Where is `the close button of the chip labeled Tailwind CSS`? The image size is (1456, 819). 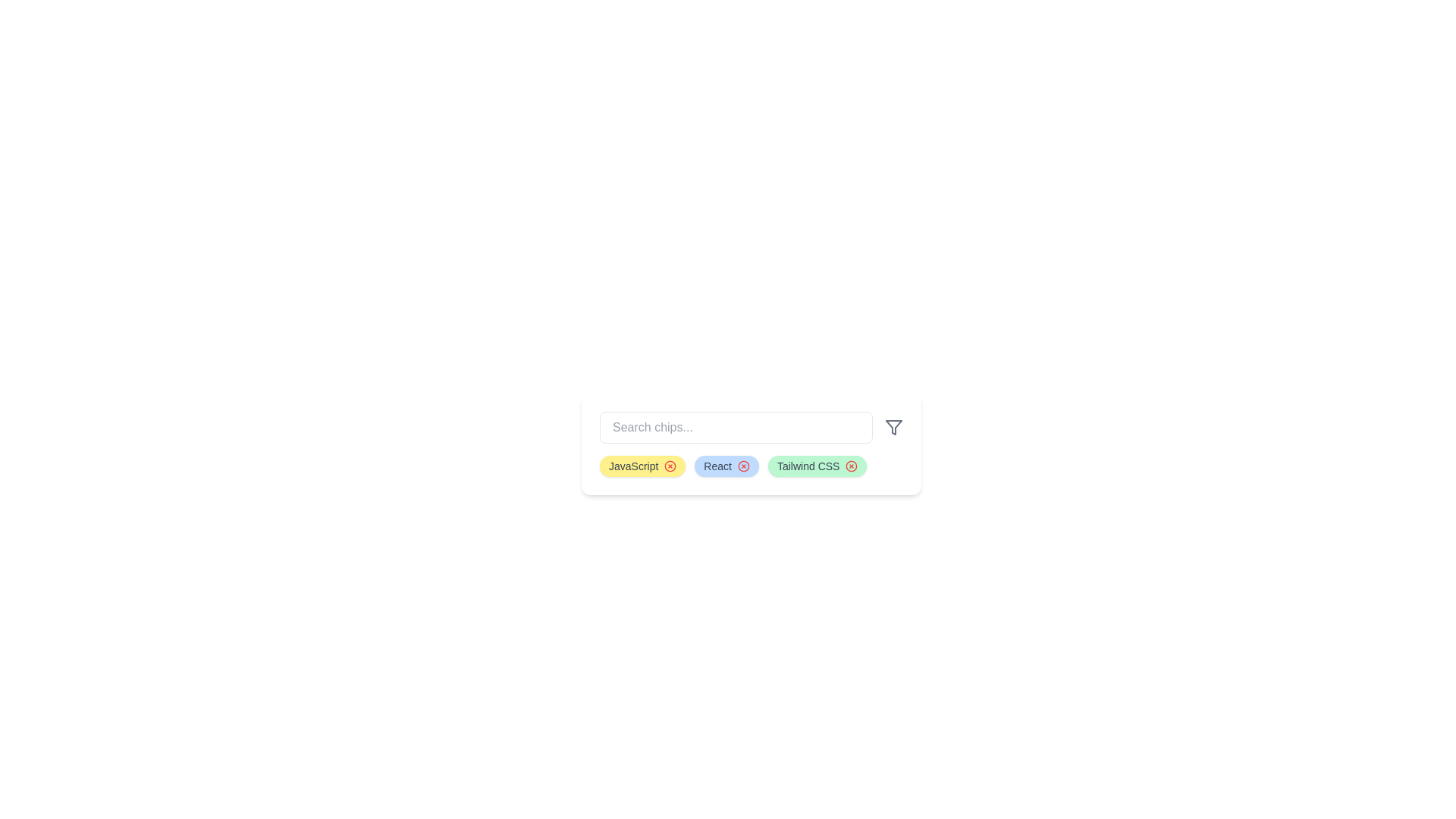
the close button of the chip labeled Tailwind CSS is located at coordinates (852, 465).